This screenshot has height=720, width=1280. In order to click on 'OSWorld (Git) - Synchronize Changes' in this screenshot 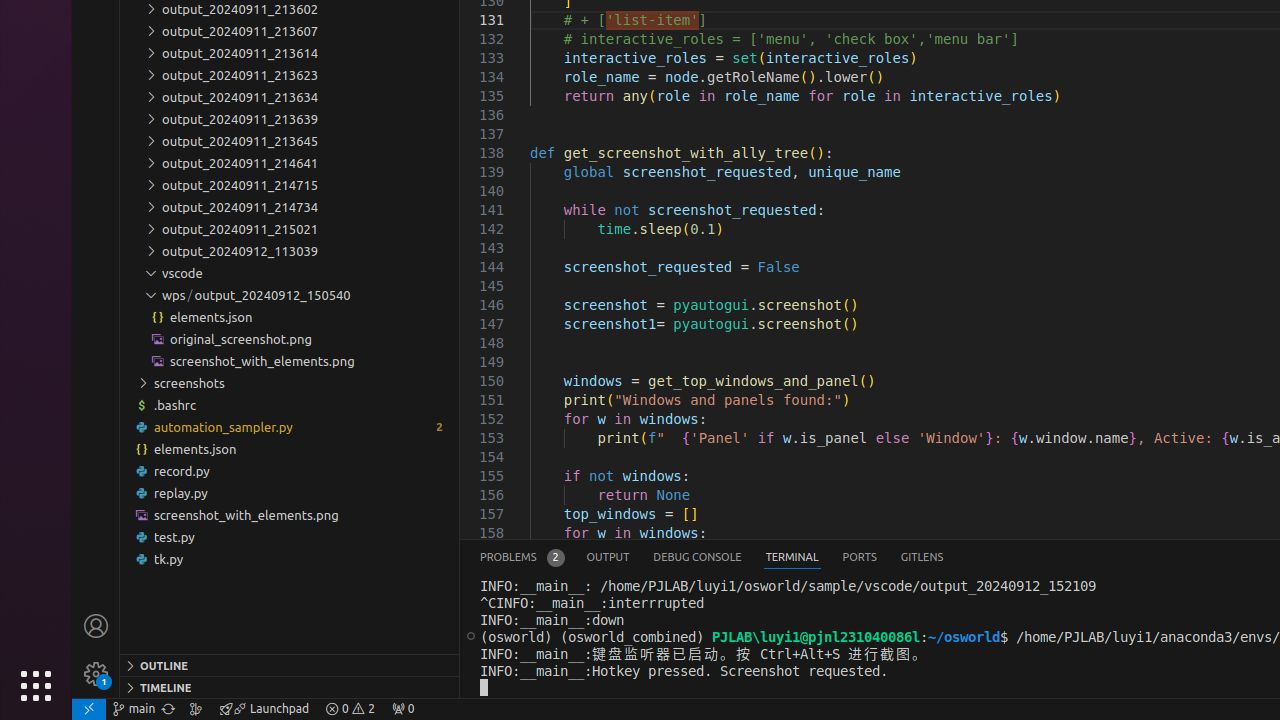, I will do `click(168, 707)`.